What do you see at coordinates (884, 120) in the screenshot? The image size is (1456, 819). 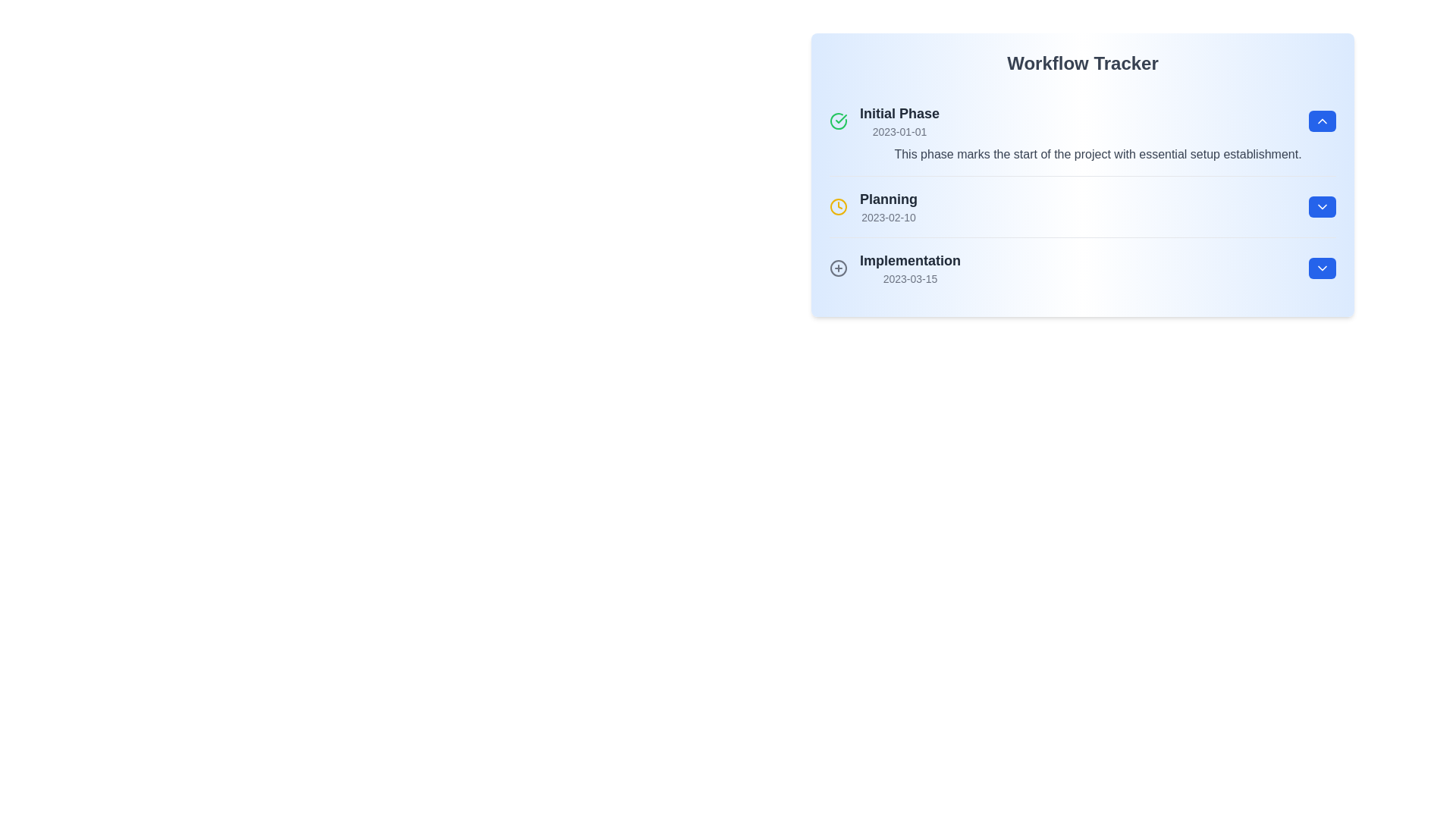 I see `the first list item in the 'Workflow Tracker' panel that displays the title and starting date of the initial phase of a workflow` at bounding box center [884, 120].